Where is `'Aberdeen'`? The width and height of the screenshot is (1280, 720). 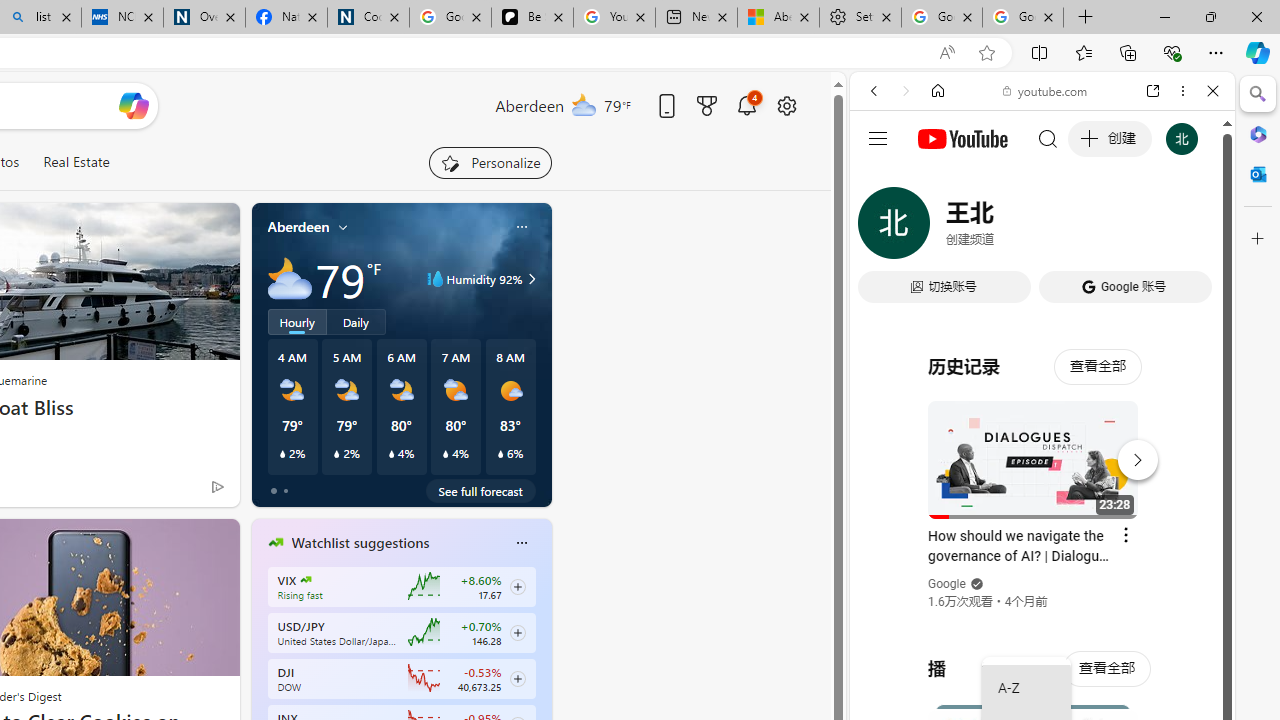
'Aberdeen' is located at coordinates (297, 226).